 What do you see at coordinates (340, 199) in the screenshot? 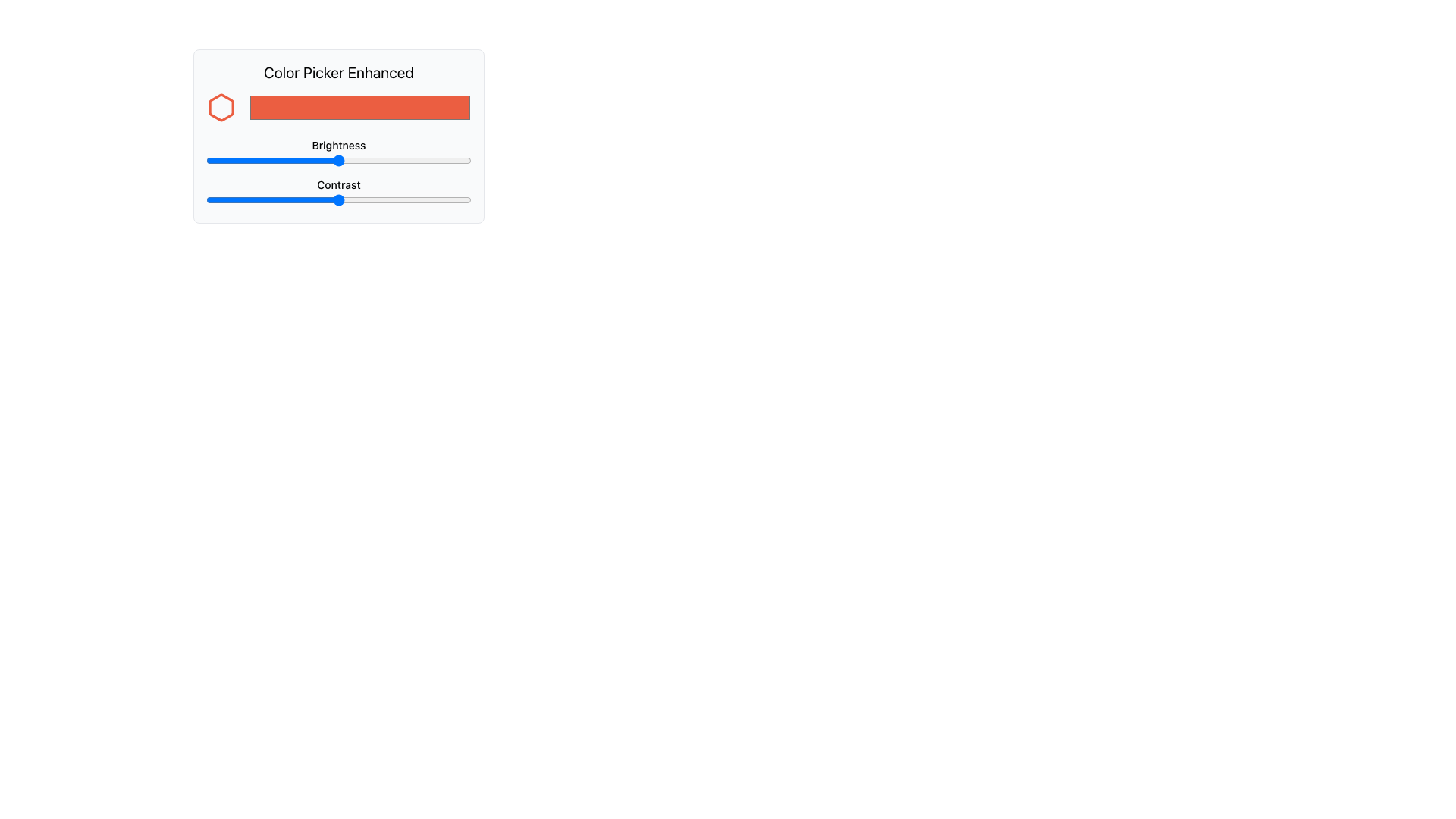
I see `contrast` at bounding box center [340, 199].